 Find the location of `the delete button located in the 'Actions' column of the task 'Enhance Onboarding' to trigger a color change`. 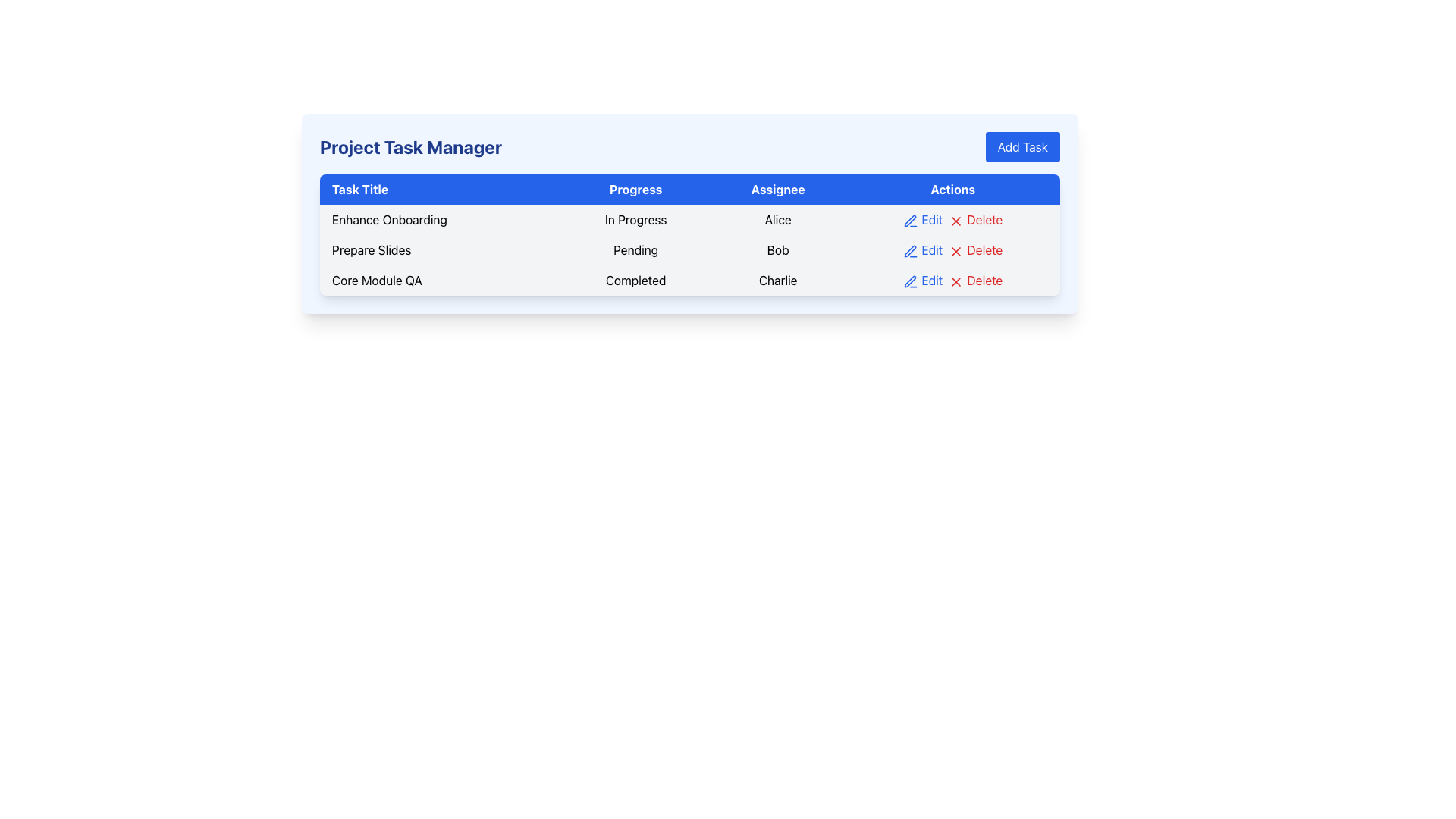

the delete button located in the 'Actions' column of the task 'Enhance Onboarding' to trigger a color change is located at coordinates (975, 219).